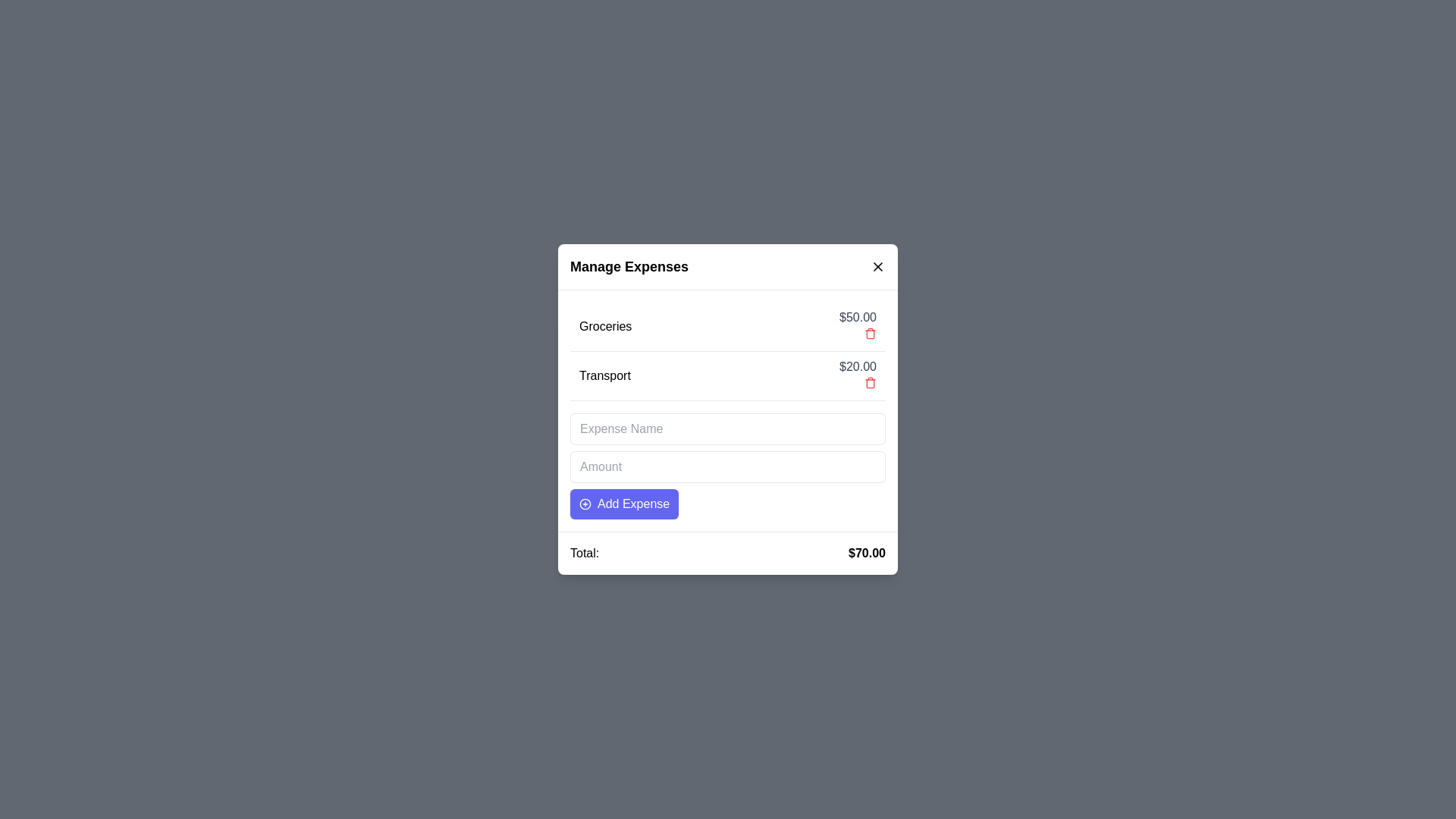 The width and height of the screenshot is (1456, 819). I want to click on the red trash can icon button located to the right of '$50.00', so click(870, 332).